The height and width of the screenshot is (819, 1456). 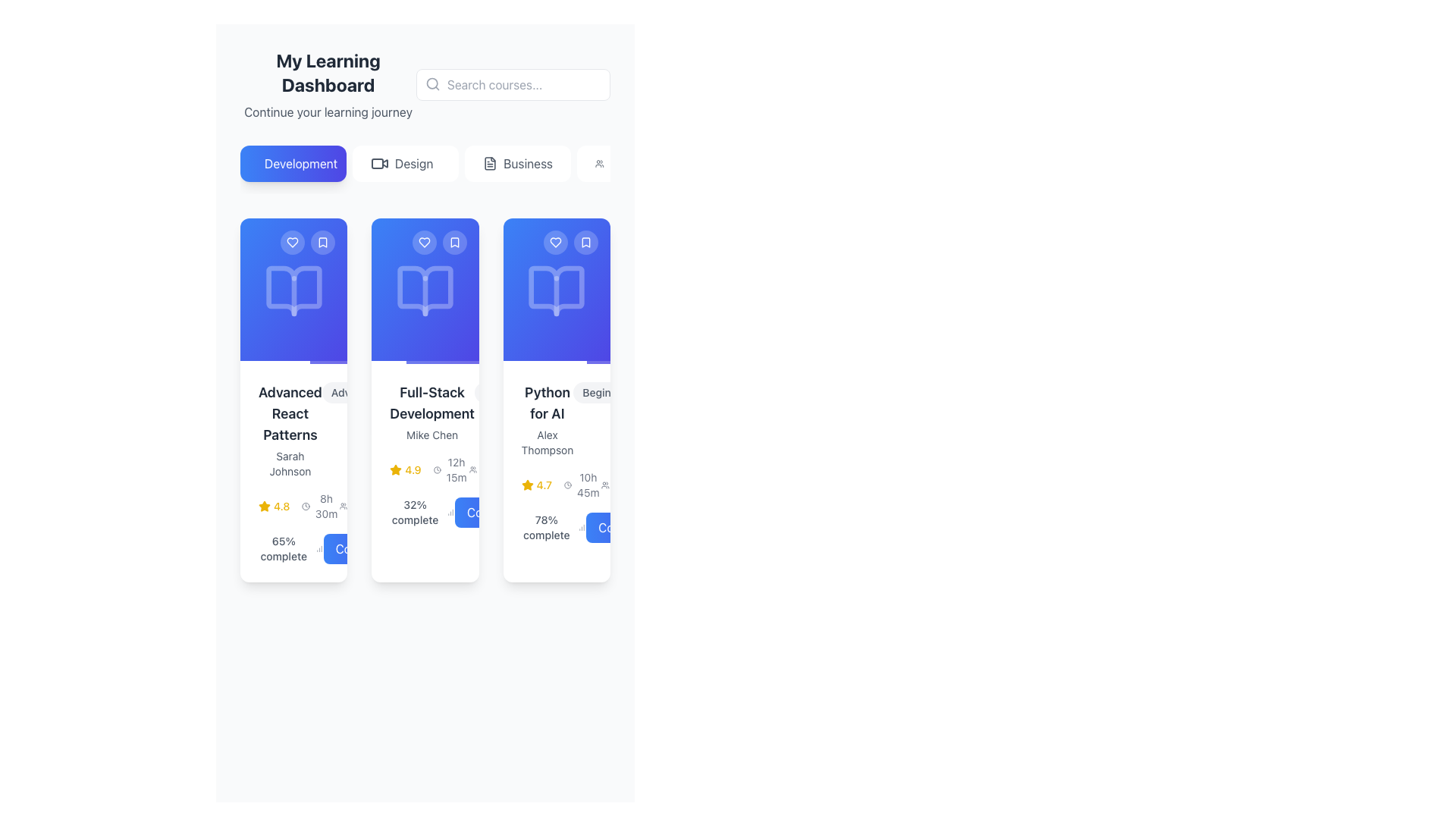 What do you see at coordinates (396, 469) in the screenshot?
I see `the rating value represented by the star icon located in the bottom section of the 'Full-Stack Development' course card` at bounding box center [396, 469].